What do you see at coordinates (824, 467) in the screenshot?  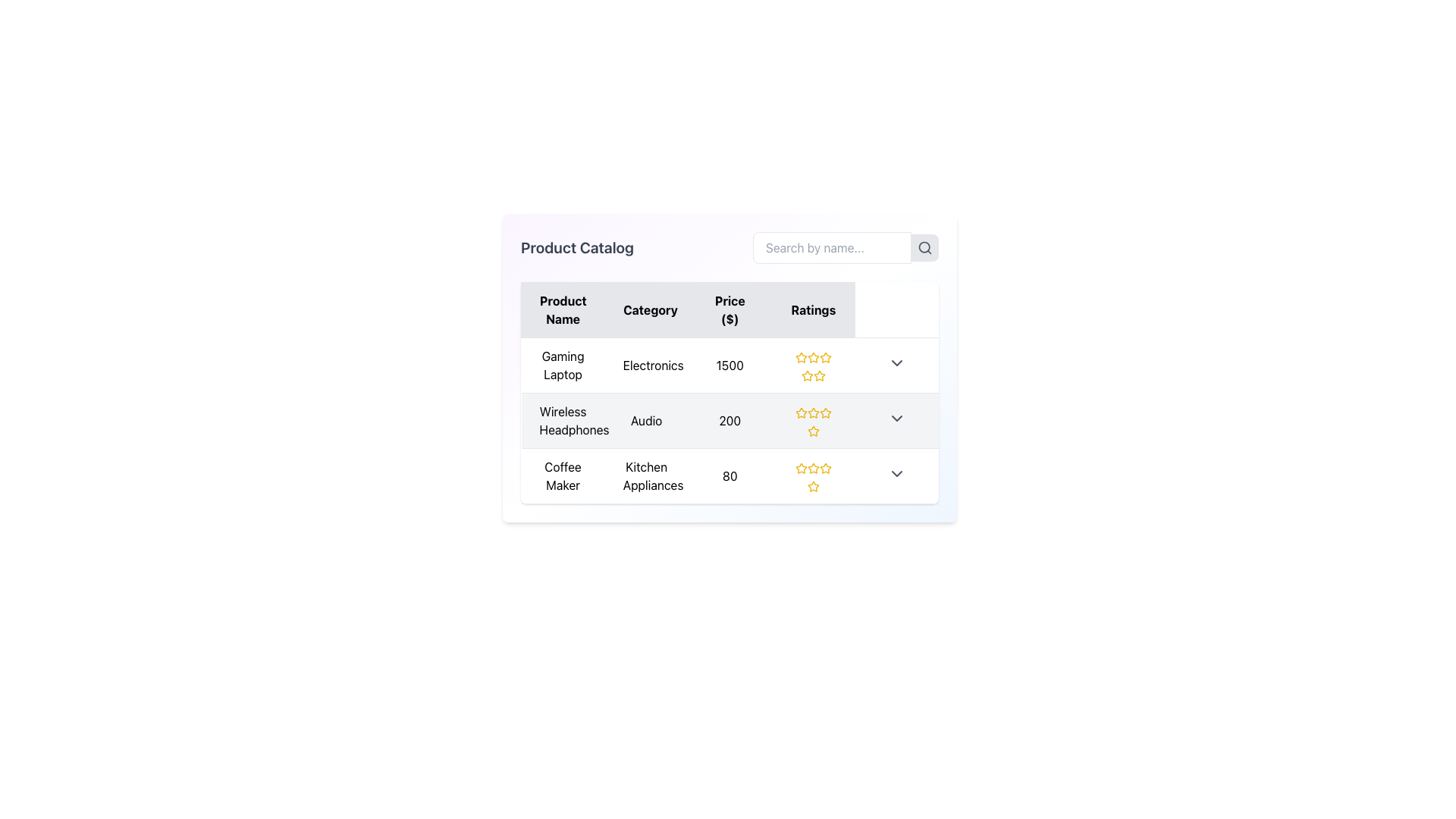 I see `the fifth yellow star icon in the rating system for the Coffee Maker product to set or view the rating` at bounding box center [824, 467].